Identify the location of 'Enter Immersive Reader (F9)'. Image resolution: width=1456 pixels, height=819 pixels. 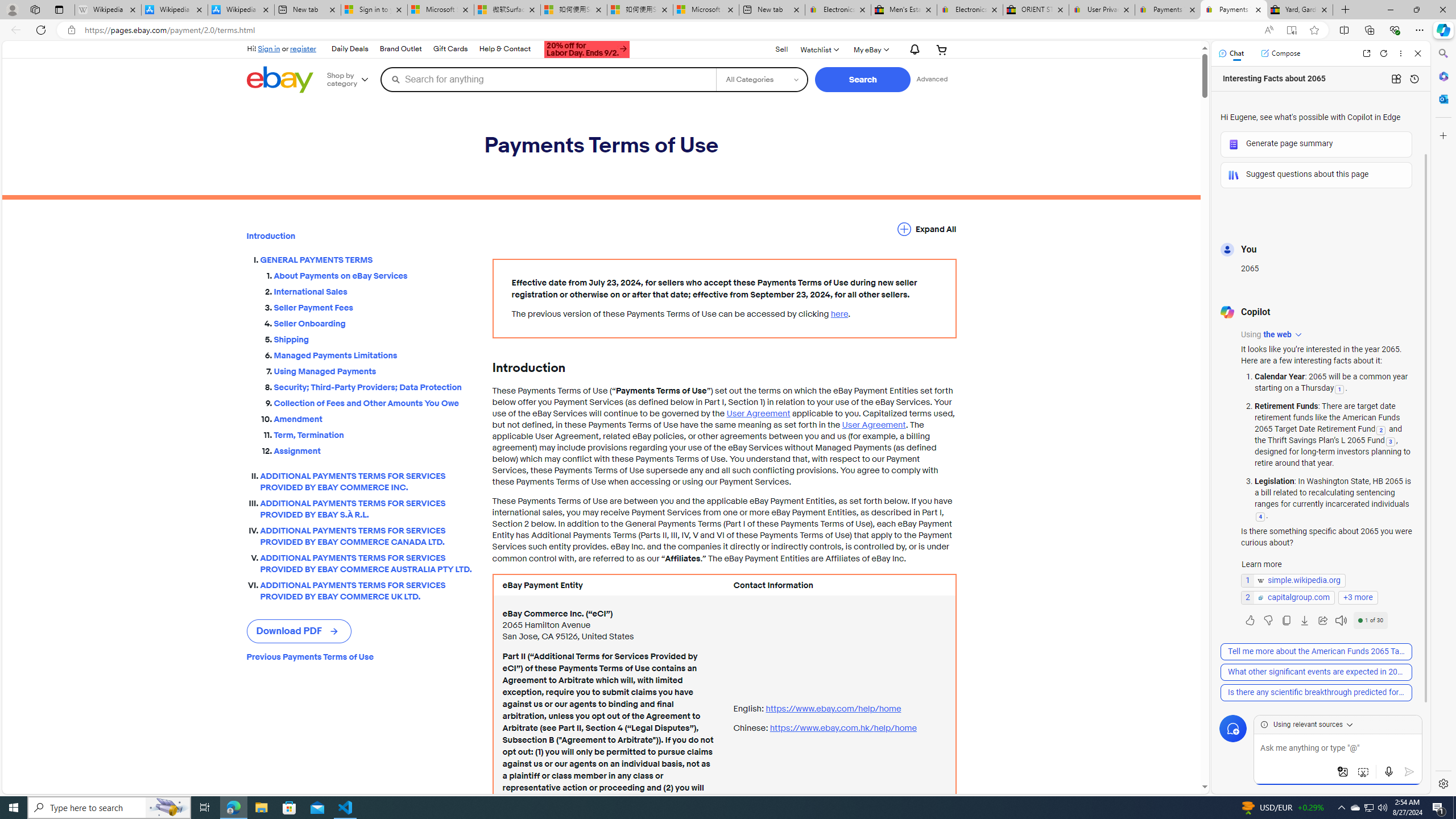
(1291, 30).